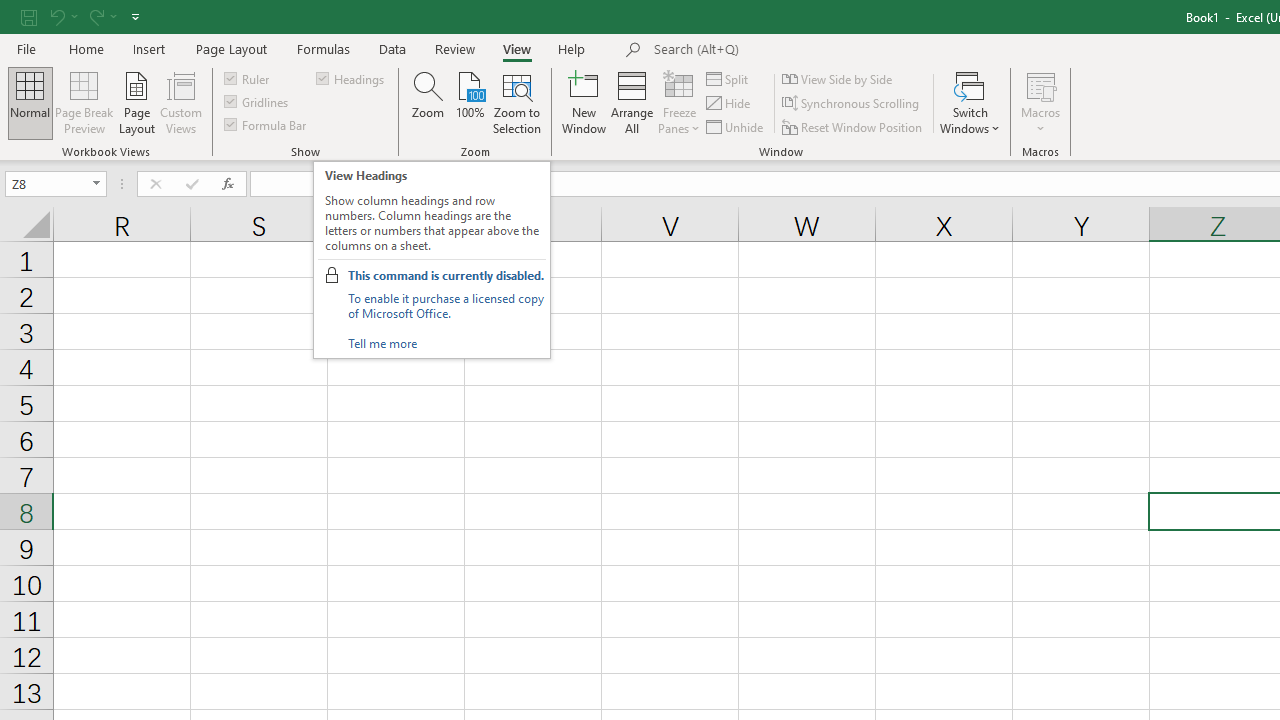  I want to click on 'Class: NetUIImage', so click(332, 275).